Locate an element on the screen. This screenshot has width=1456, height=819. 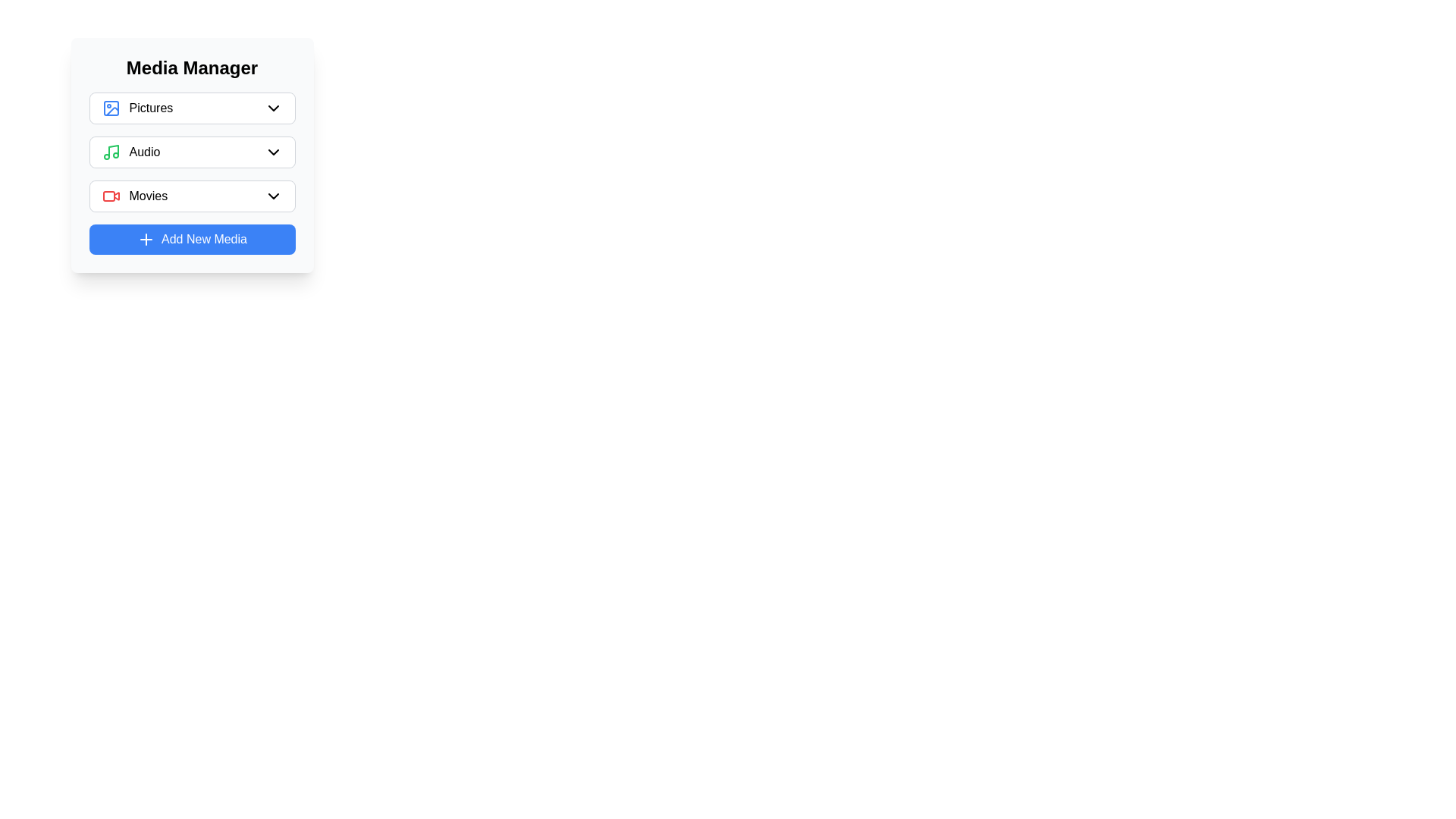
the second dropdown list item in the 'Media Manager' section is located at coordinates (191, 152).